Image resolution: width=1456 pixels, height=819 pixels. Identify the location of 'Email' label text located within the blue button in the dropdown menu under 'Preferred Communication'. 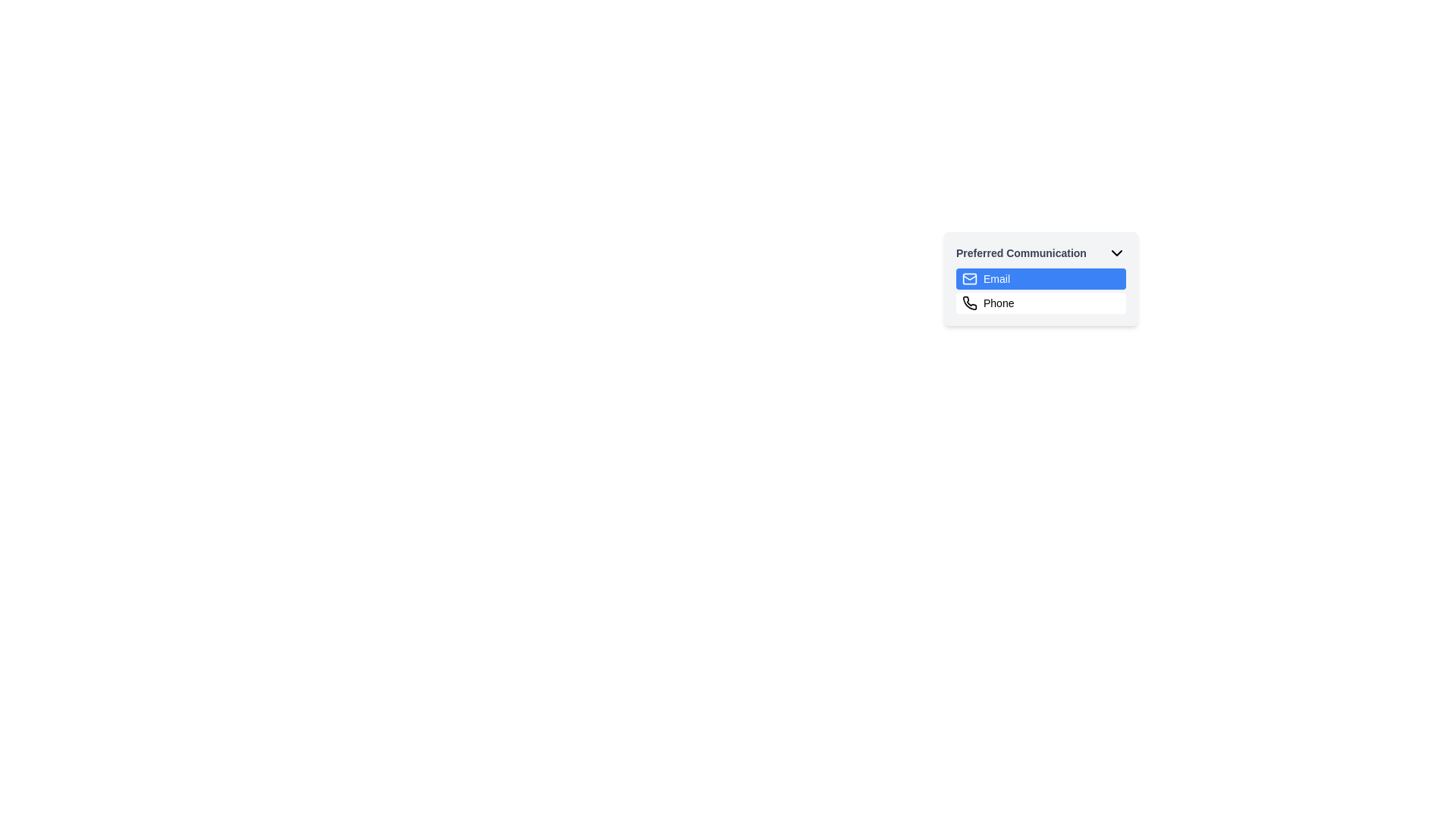
(996, 278).